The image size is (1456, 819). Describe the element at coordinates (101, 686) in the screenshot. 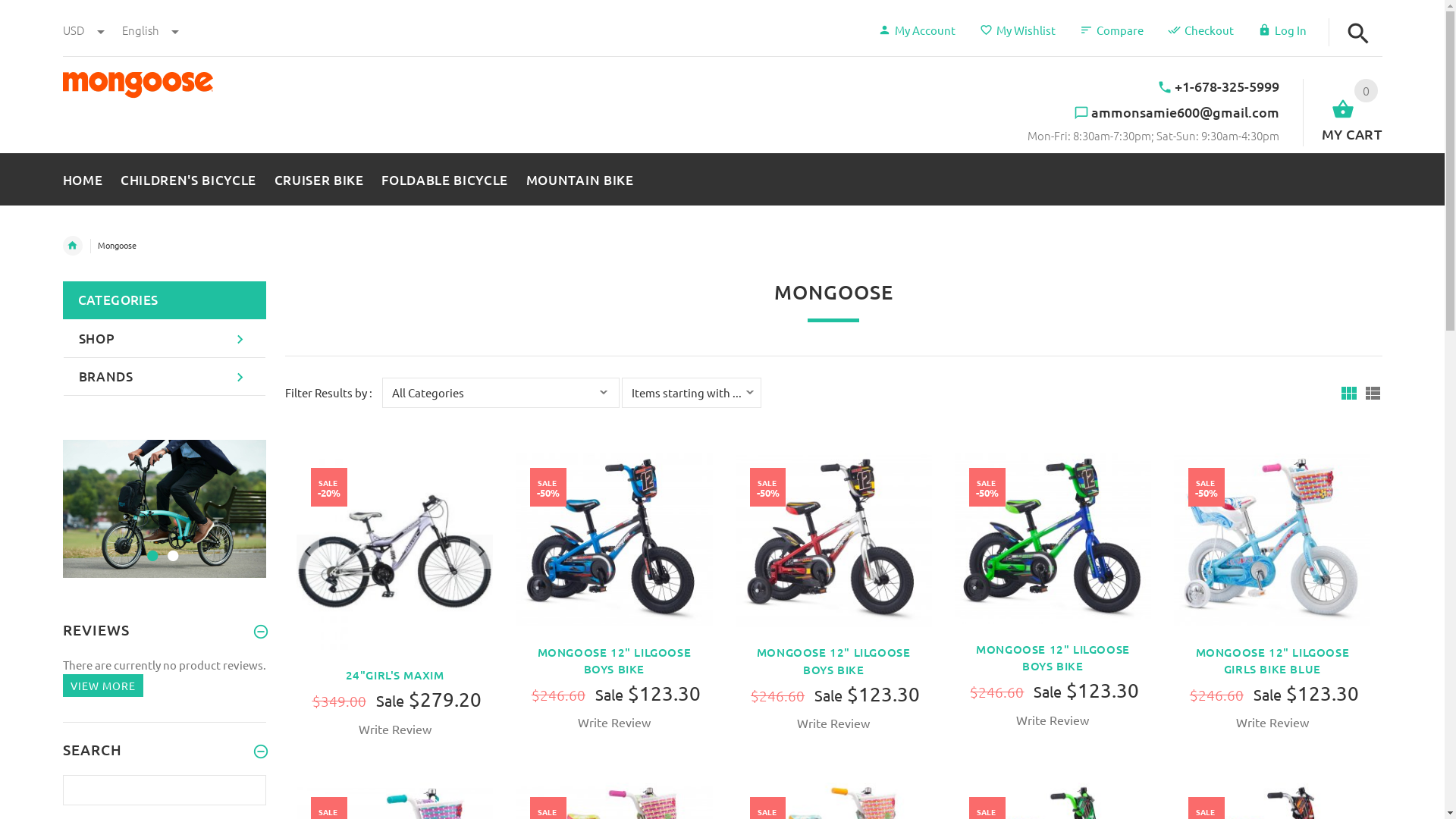

I see `'VIEW MORE'` at that location.